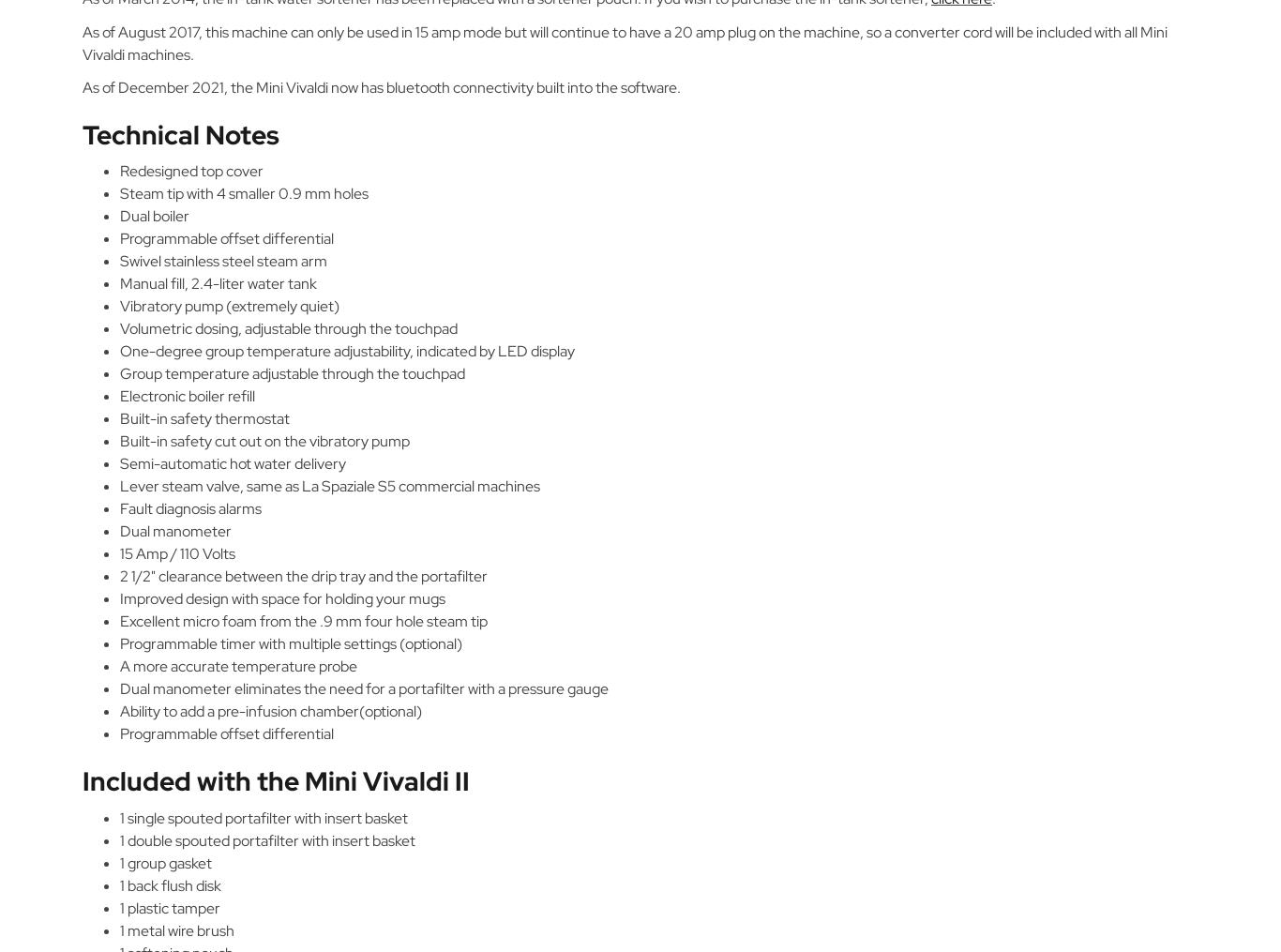 Image resolution: width=1281 pixels, height=952 pixels. What do you see at coordinates (238, 666) in the screenshot?
I see `'A more accurate temperature probe'` at bounding box center [238, 666].